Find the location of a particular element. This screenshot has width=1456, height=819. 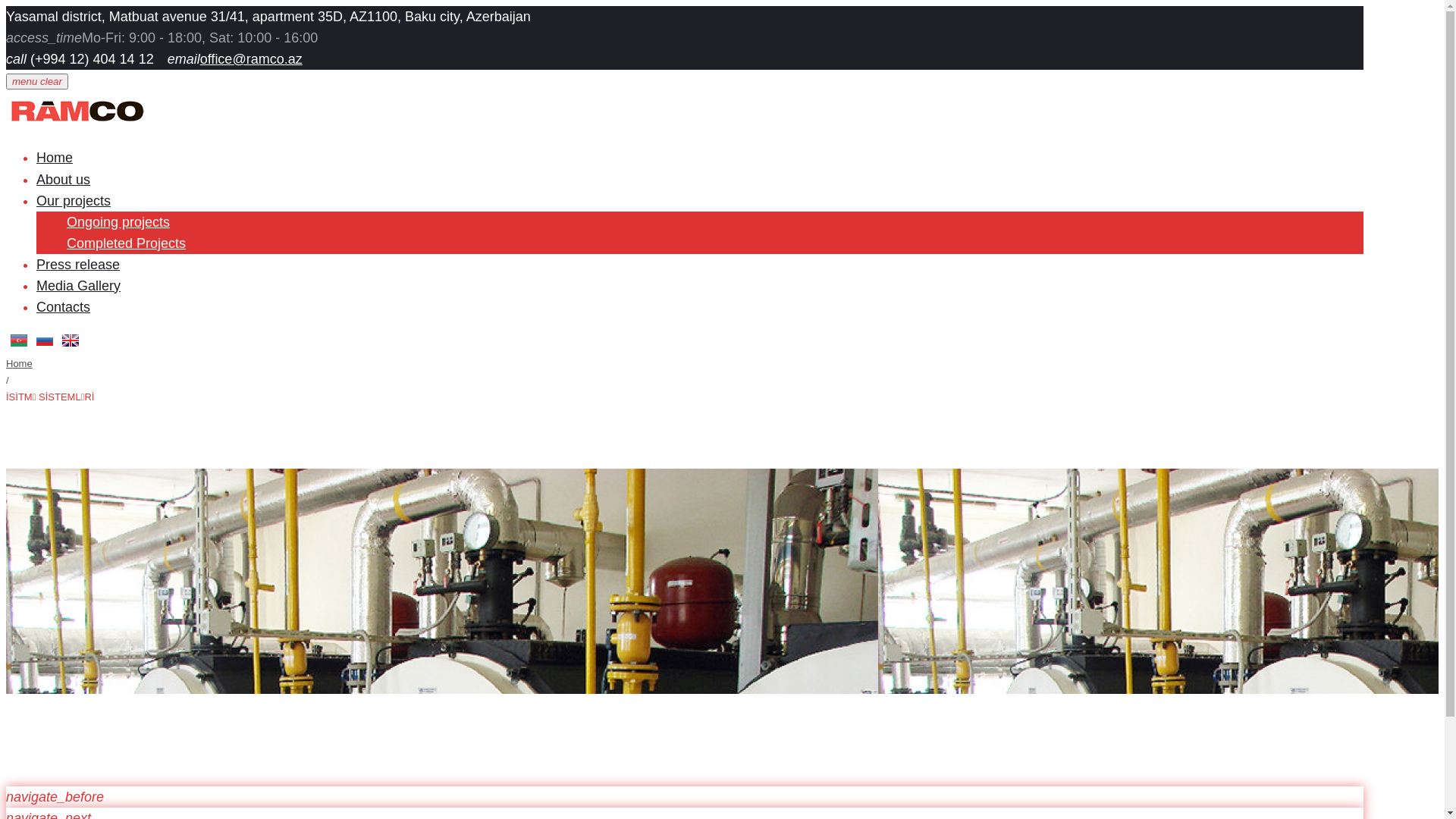

'Home' is located at coordinates (55, 158).